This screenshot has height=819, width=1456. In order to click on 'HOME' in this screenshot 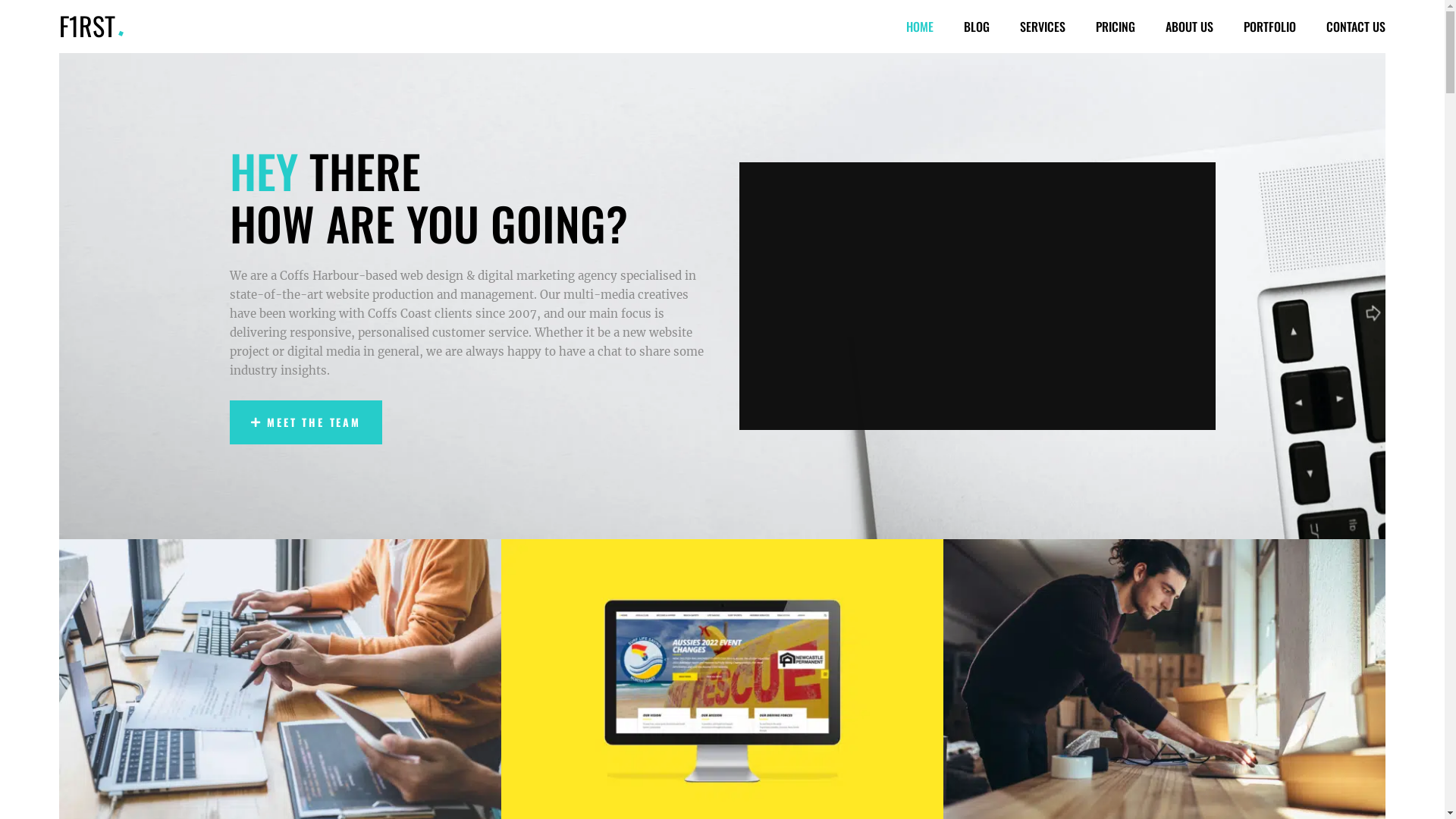, I will do `click(891, 26)`.